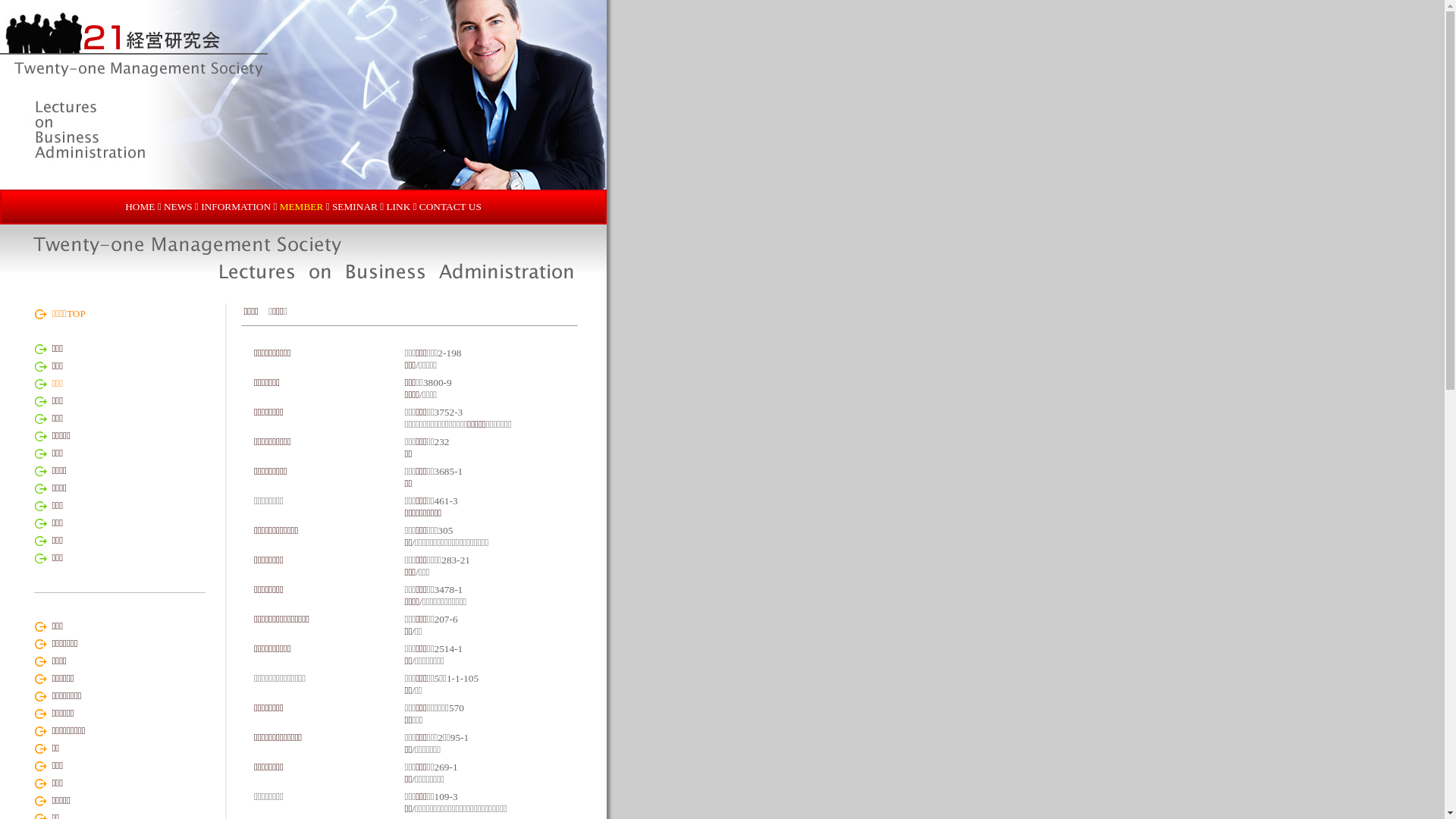 This screenshot has height=819, width=1456. What do you see at coordinates (419, 206) in the screenshot?
I see `'CONTACT US'` at bounding box center [419, 206].